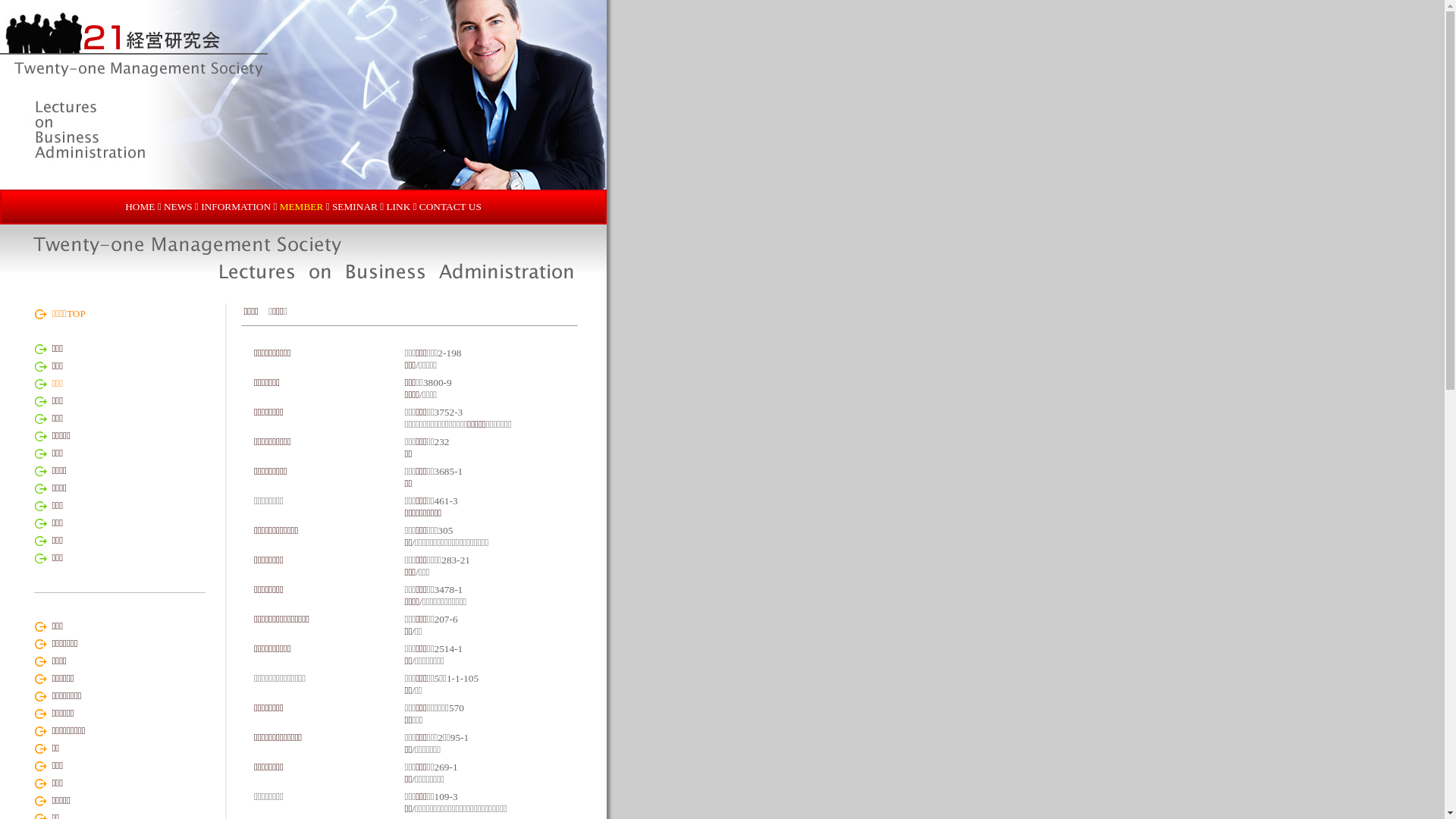 This screenshot has height=819, width=1456. What do you see at coordinates (419, 206) in the screenshot?
I see `'CONTACT US'` at bounding box center [419, 206].